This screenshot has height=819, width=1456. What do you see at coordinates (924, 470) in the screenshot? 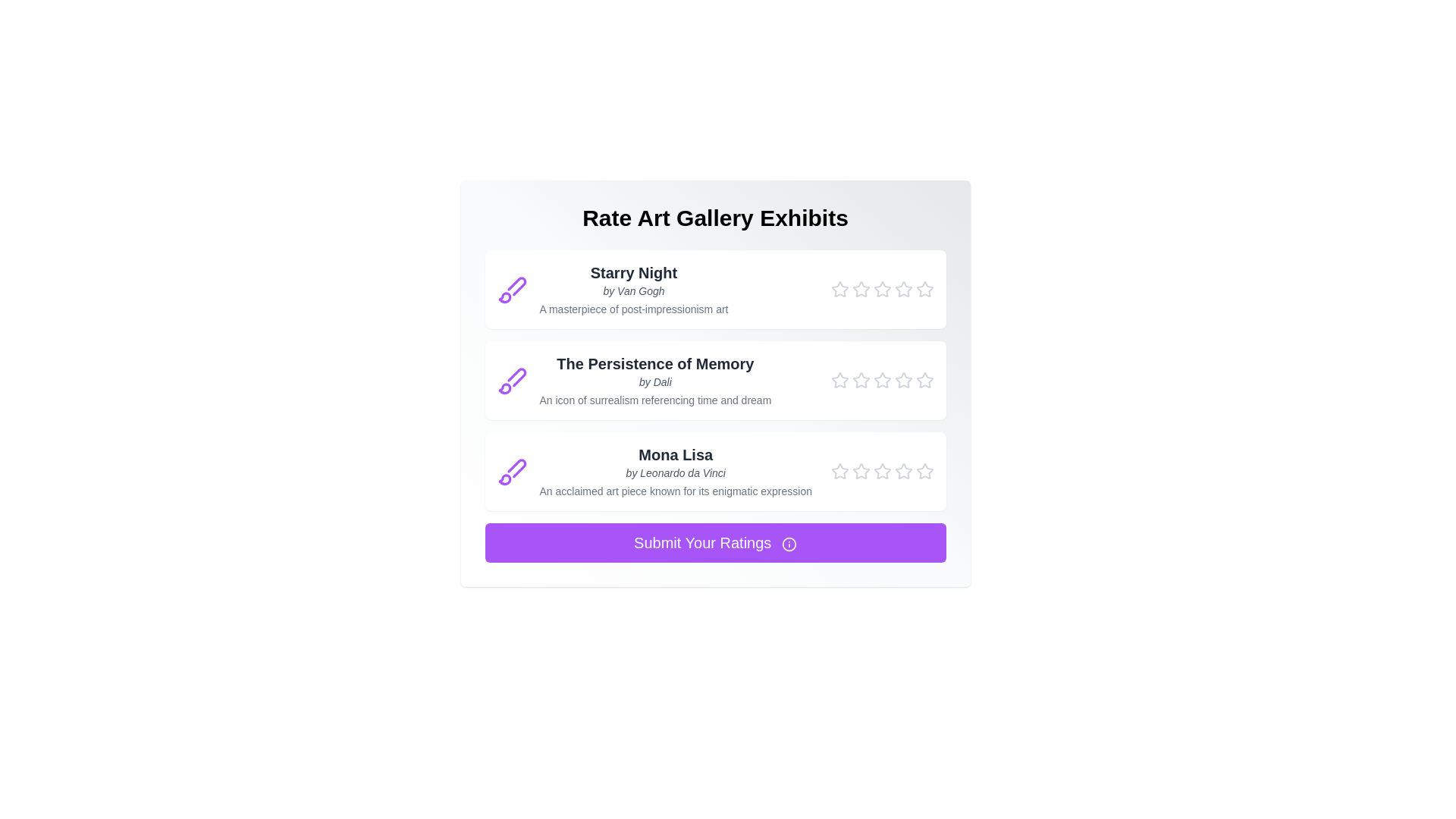
I see `the star corresponding to 5 for the painting titled Mona Lisa to set its rating` at bounding box center [924, 470].